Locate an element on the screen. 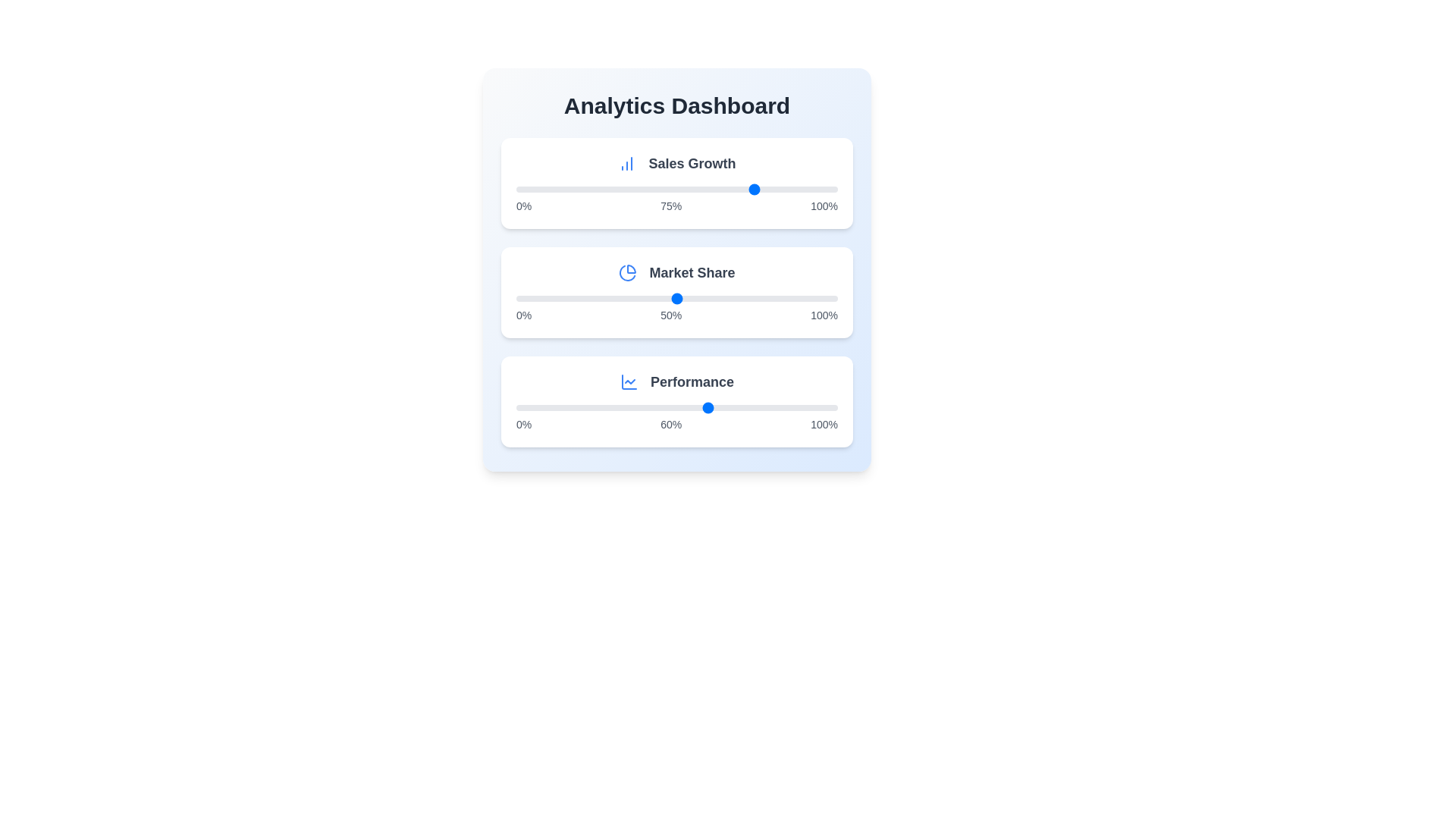 The height and width of the screenshot is (819, 1456). the slider for 'Market Share' to set its value to 81 is located at coordinates (777, 298).